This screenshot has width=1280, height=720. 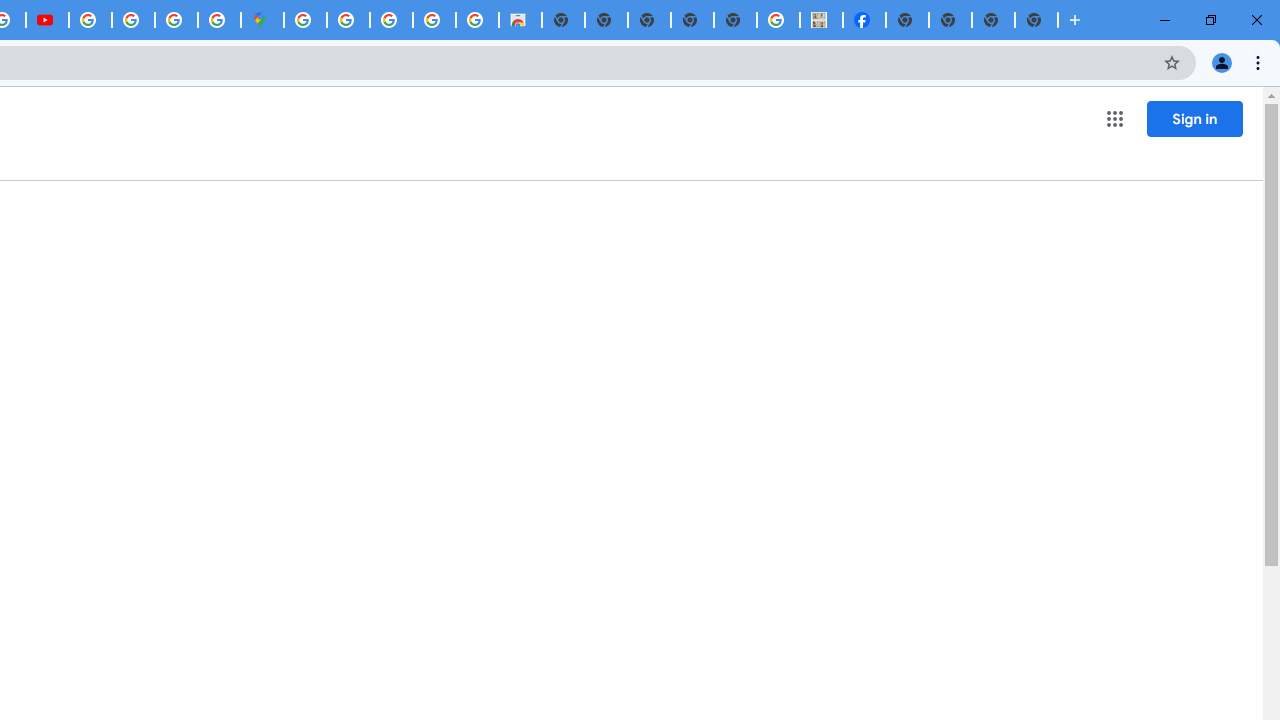 What do you see at coordinates (261, 20) in the screenshot?
I see `'Google Maps'` at bounding box center [261, 20].